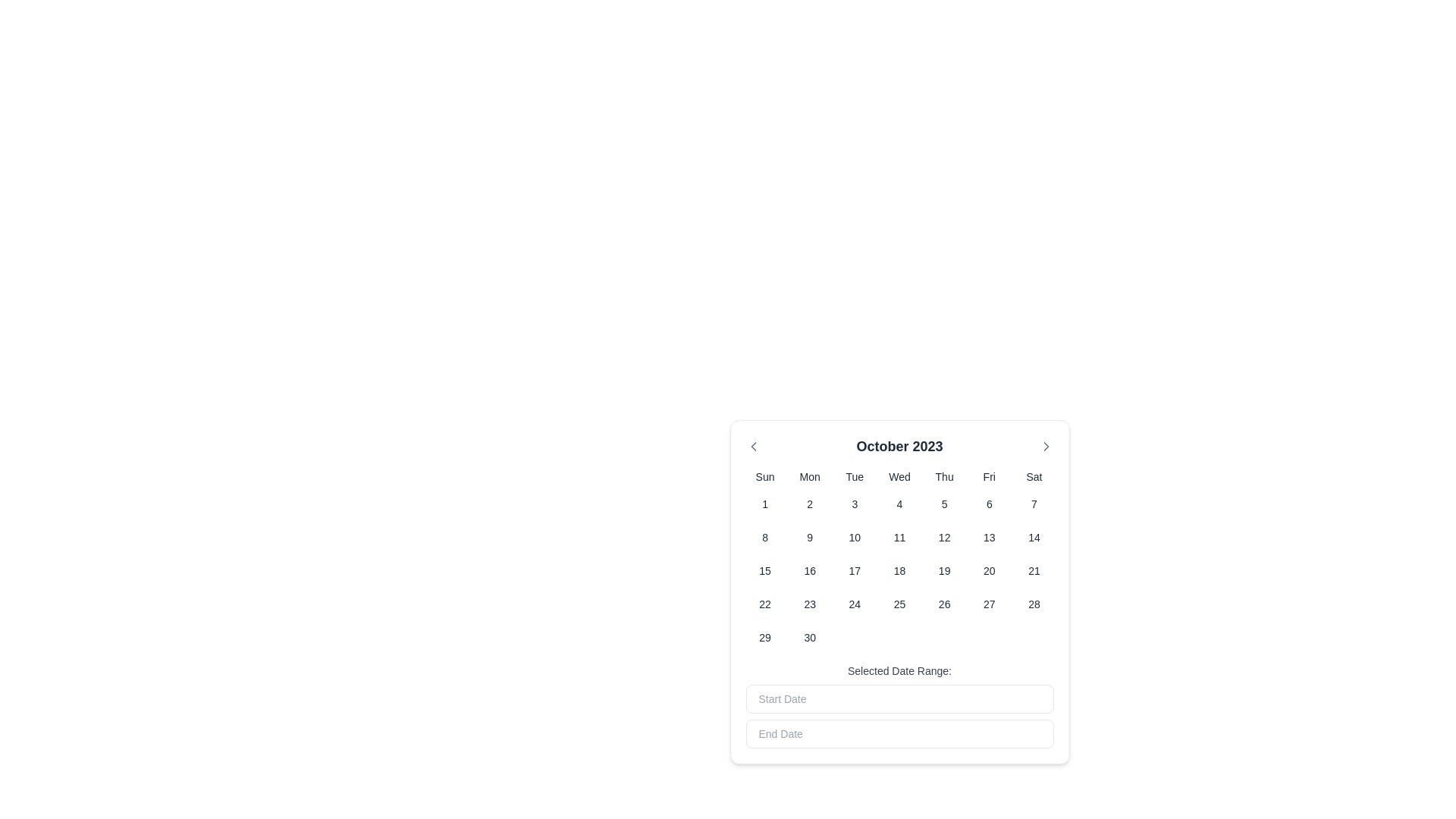 The height and width of the screenshot is (819, 1456). I want to click on the clickable calendar cell located in the fourth column and fourth row of the calendar grid for additional information, so click(809, 604).